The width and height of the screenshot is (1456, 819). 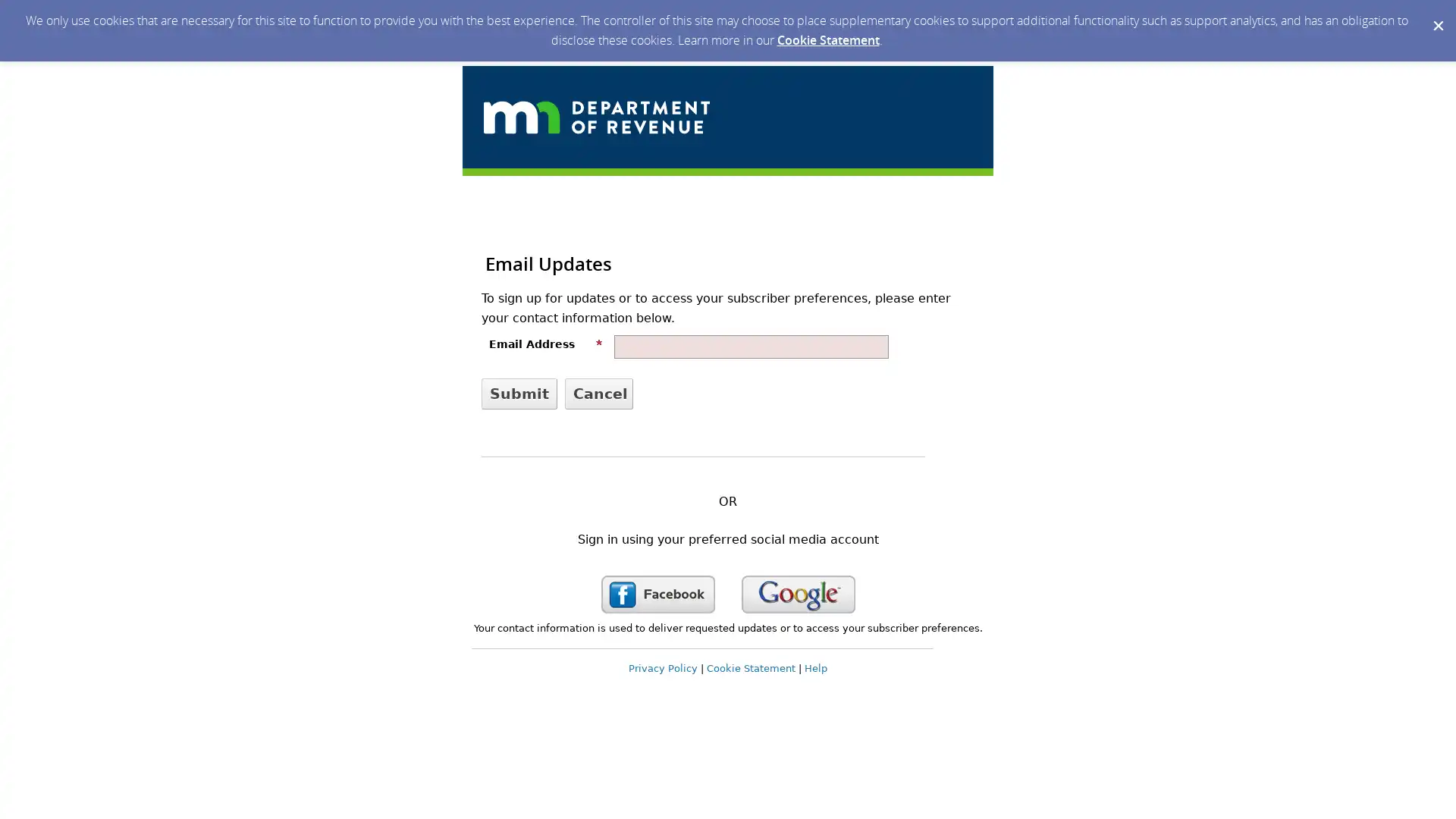 I want to click on Submit, so click(x=519, y=393).